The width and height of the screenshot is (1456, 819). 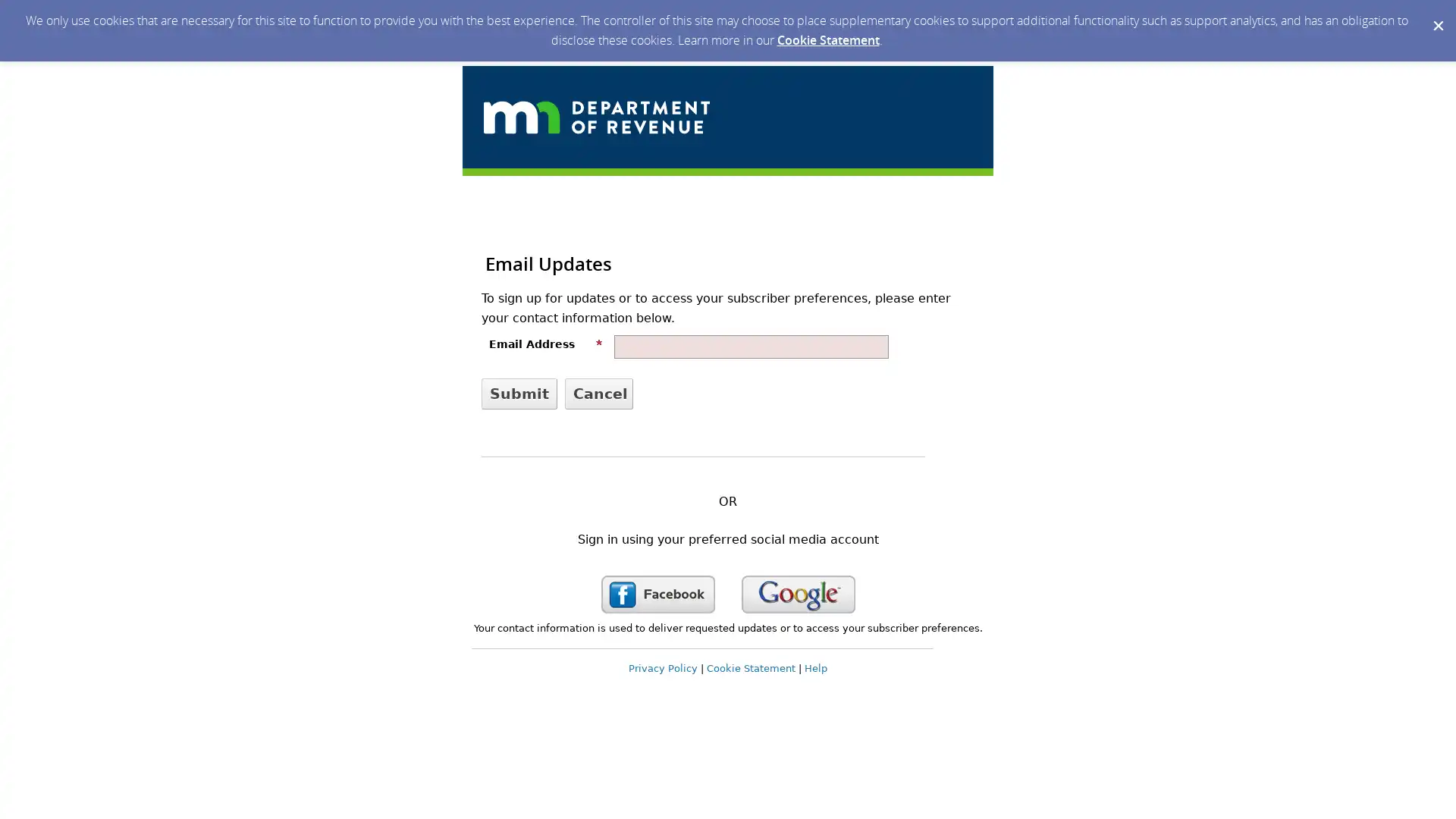 I want to click on Submit, so click(x=519, y=393).